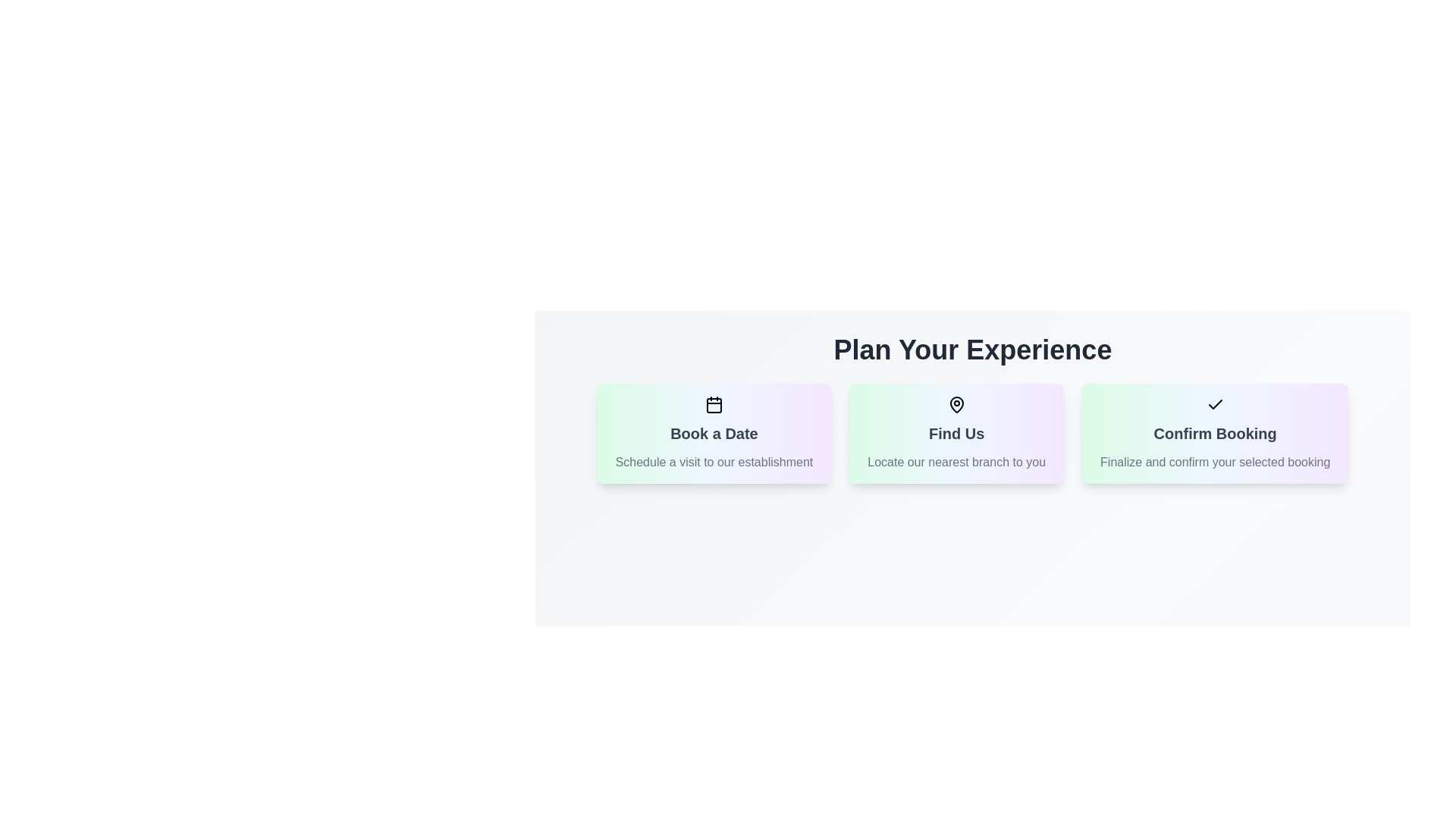 The image size is (1456, 819). What do you see at coordinates (1215, 403) in the screenshot?
I see `the checkmark icon located in the 'Confirm Booking' section, which serves as a visual indication for selection or confirmation` at bounding box center [1215, 403].